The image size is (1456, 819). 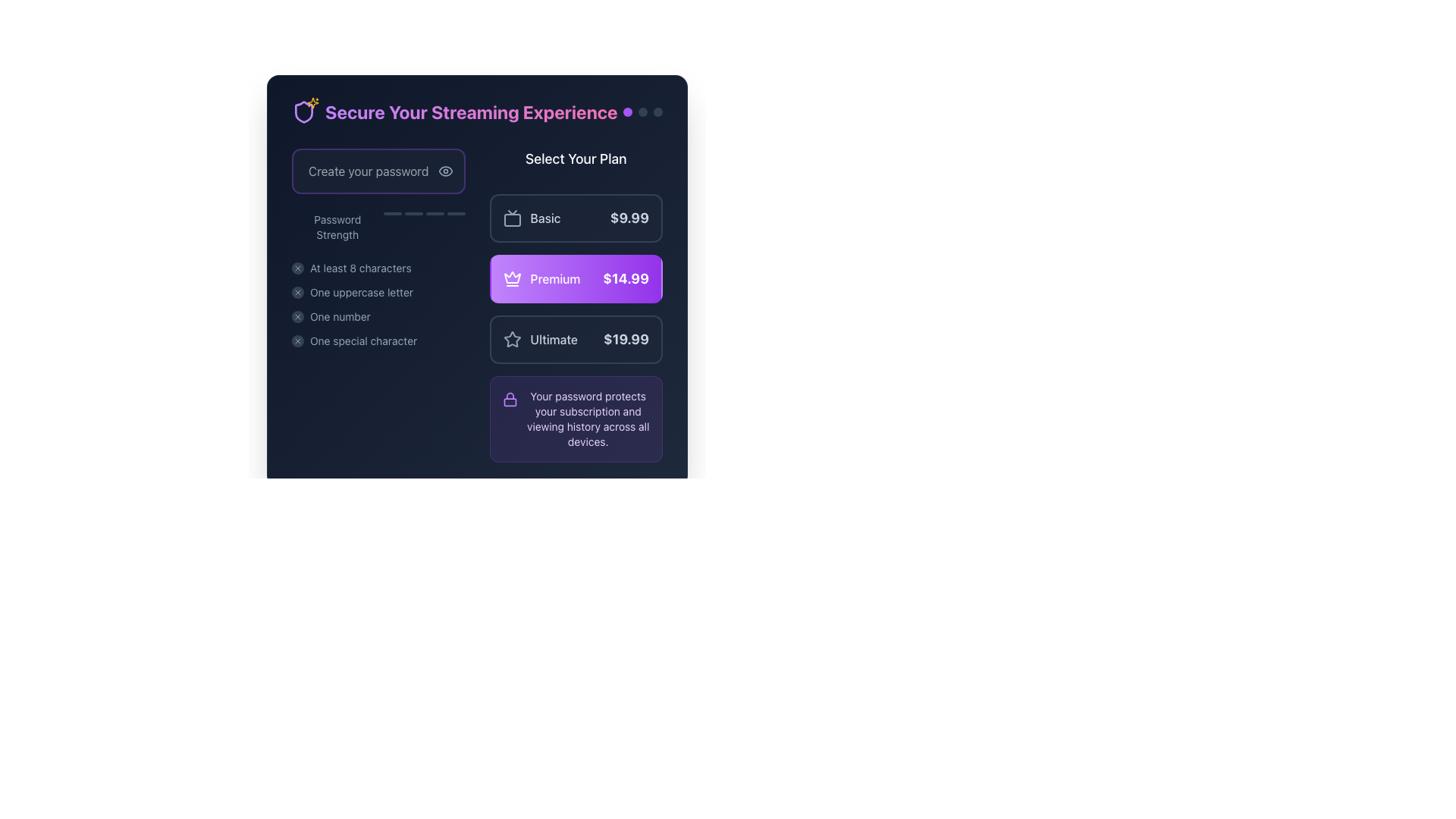 I want to click on the icon button at the right end of the 'Create your password' input field, so click(x=444, y=171).